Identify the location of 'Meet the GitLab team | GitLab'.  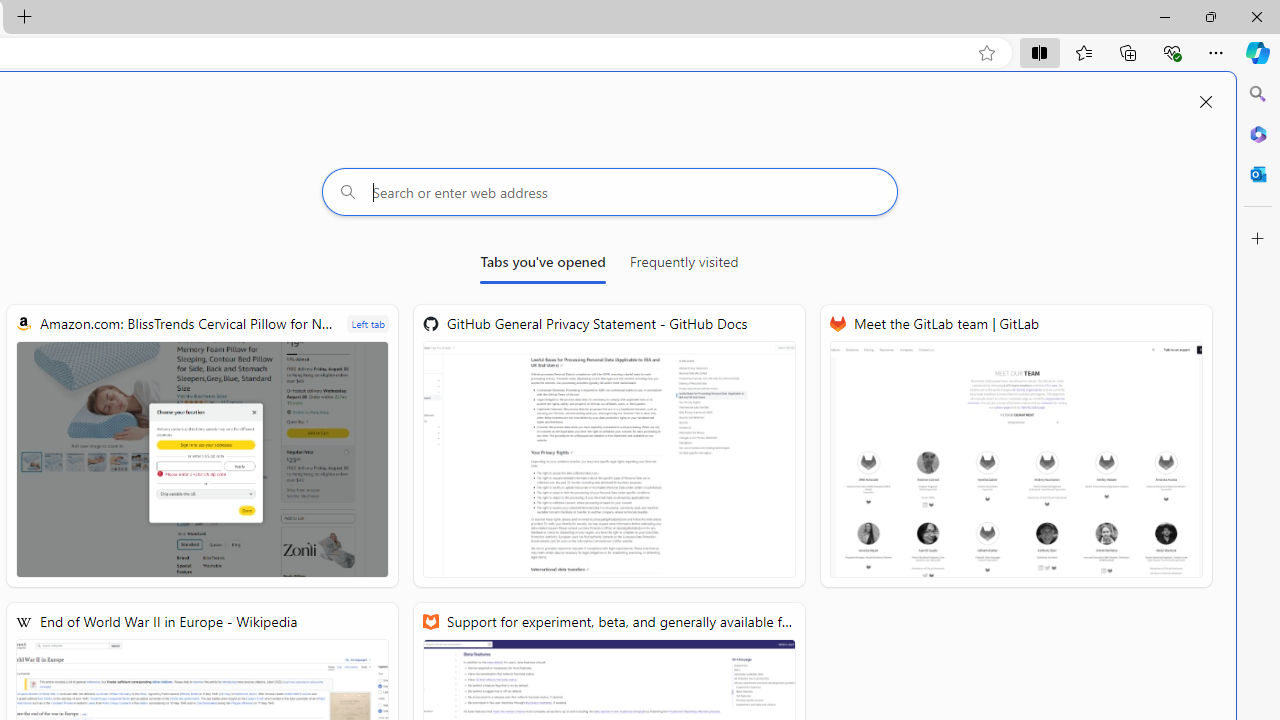
(1016, 445).